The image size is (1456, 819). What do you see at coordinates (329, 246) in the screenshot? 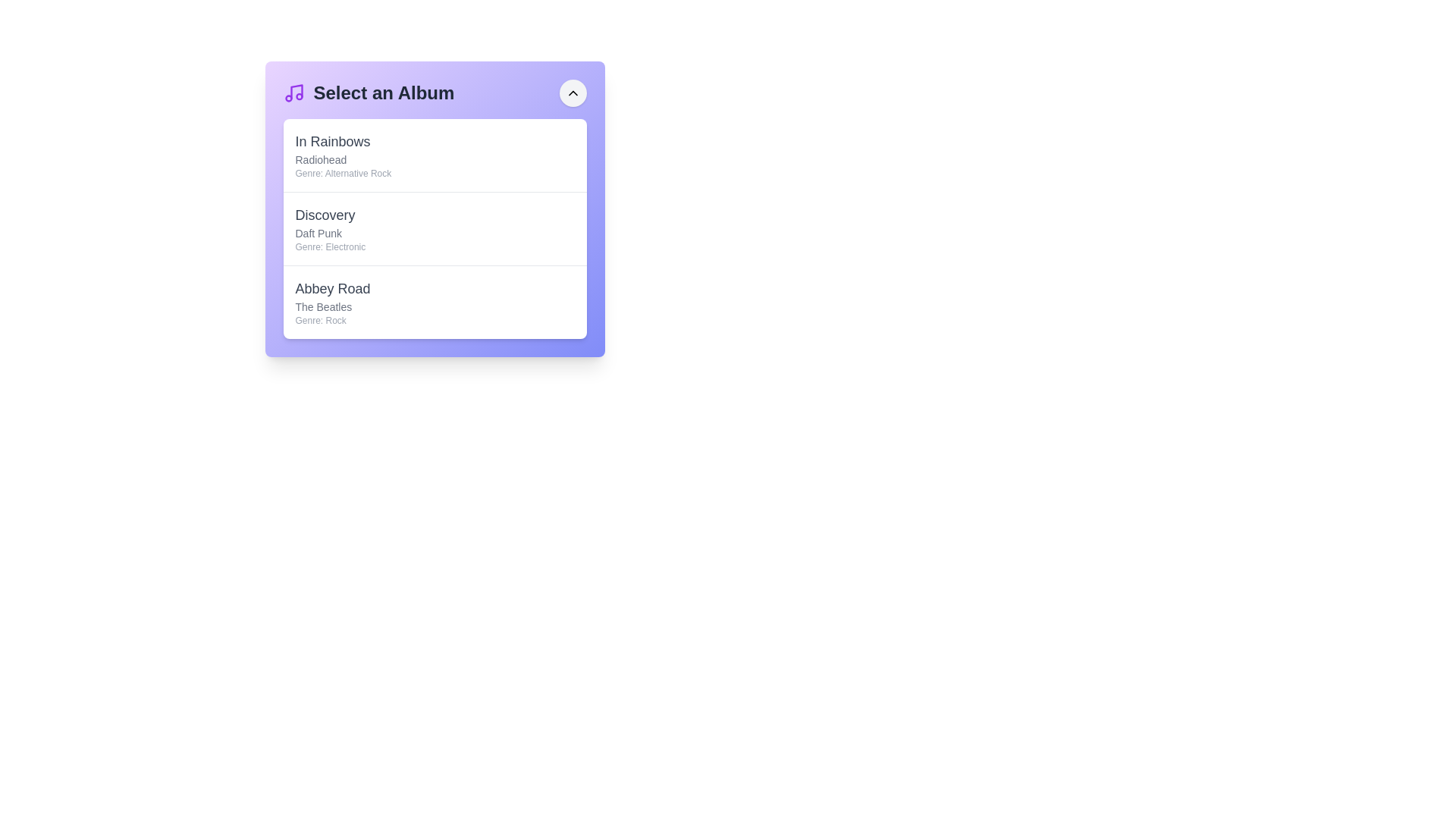
I see `displayed text from the textual label styled in a diminutive font and gray color, which reads 'Genre: Electronic', located below 'Daft Punk' in the 'Select an Album' interface` at bounding box center [329, 246].